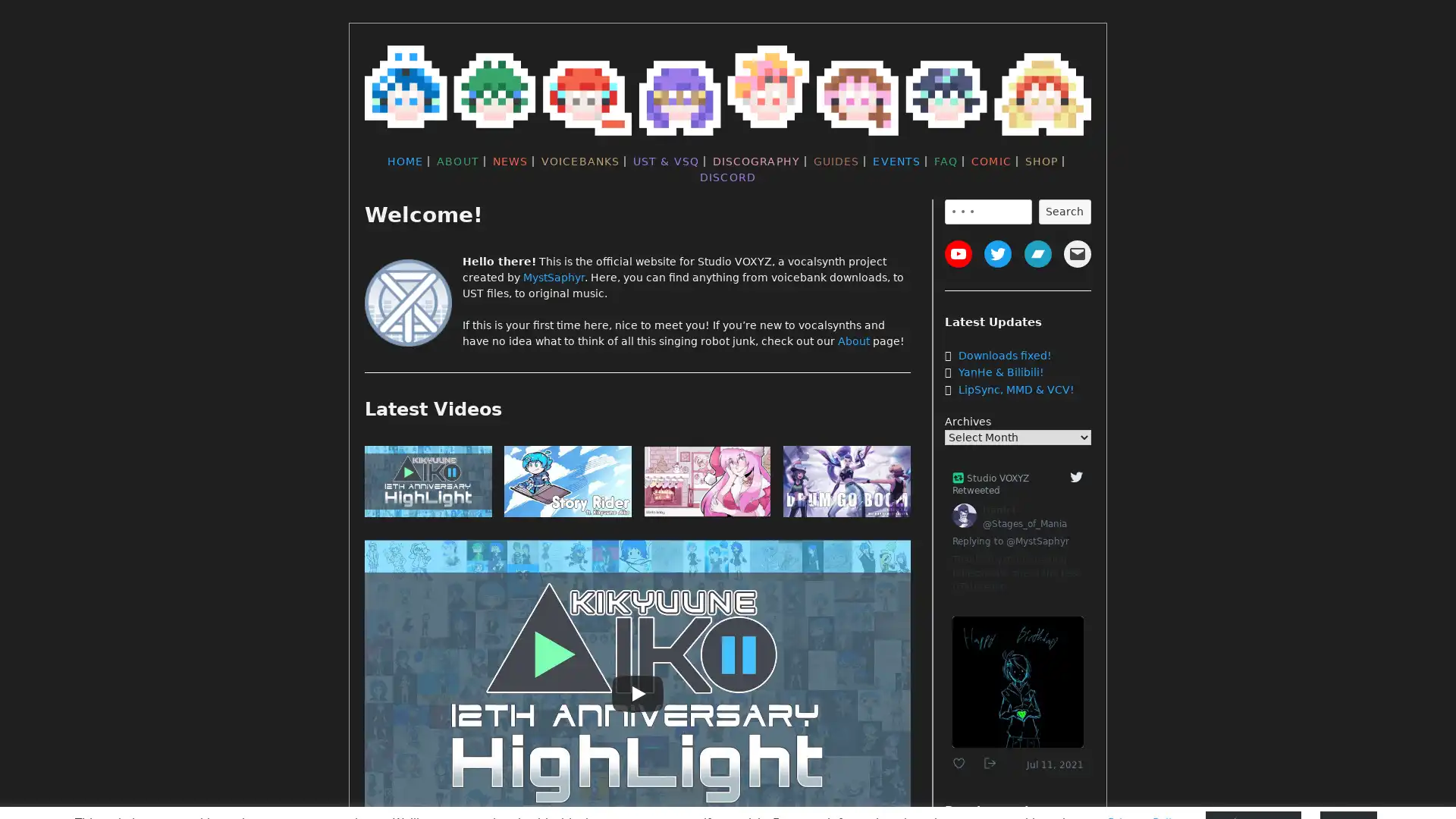 This screenshot has width=1456, height=819. What do you see at coordinates (637, 693) in the screenshot?
I see `Play` at bounding box center [637, 693].